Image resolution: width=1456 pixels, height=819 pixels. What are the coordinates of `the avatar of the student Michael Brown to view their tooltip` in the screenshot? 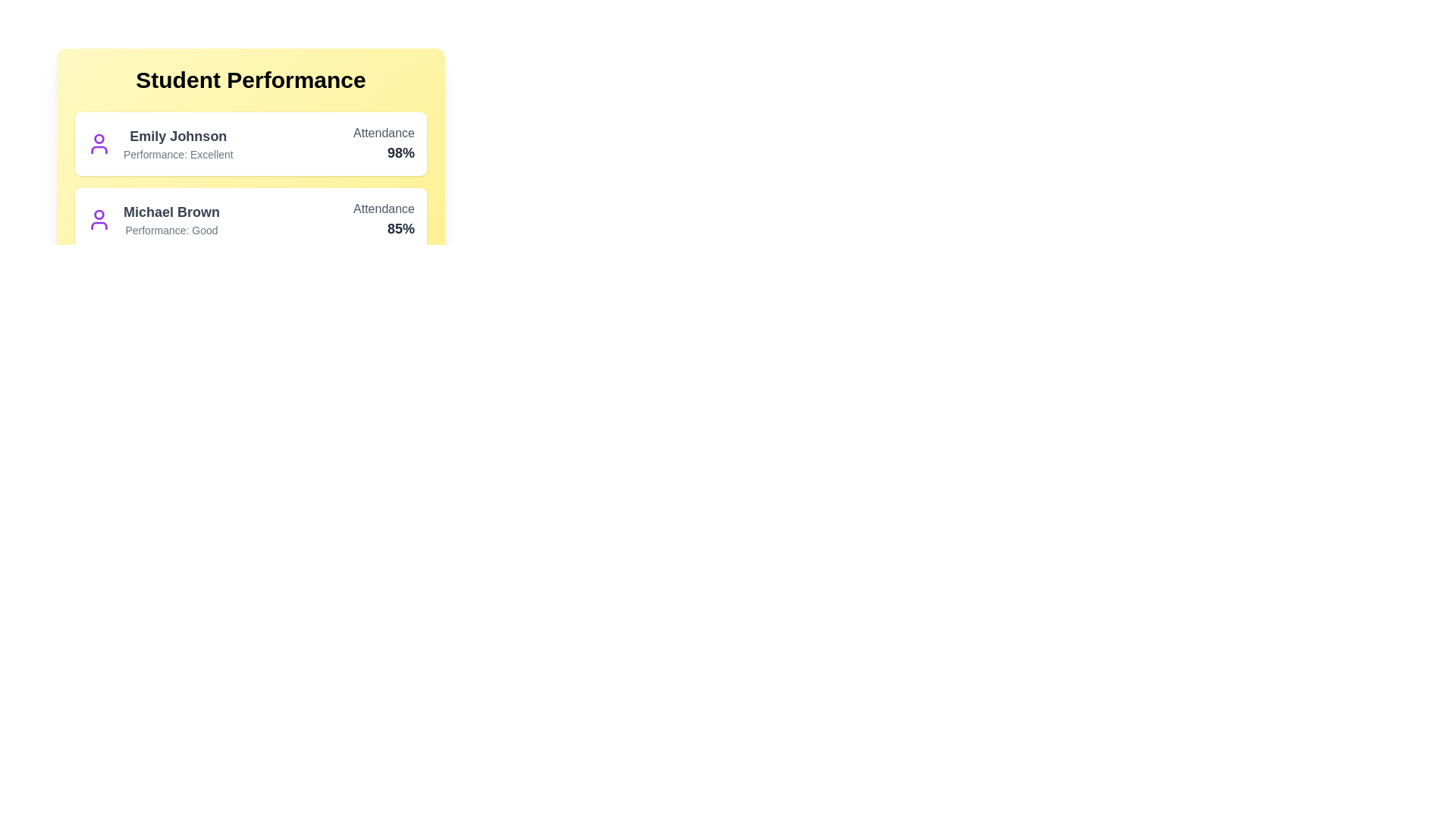 It's located at (98, 219).